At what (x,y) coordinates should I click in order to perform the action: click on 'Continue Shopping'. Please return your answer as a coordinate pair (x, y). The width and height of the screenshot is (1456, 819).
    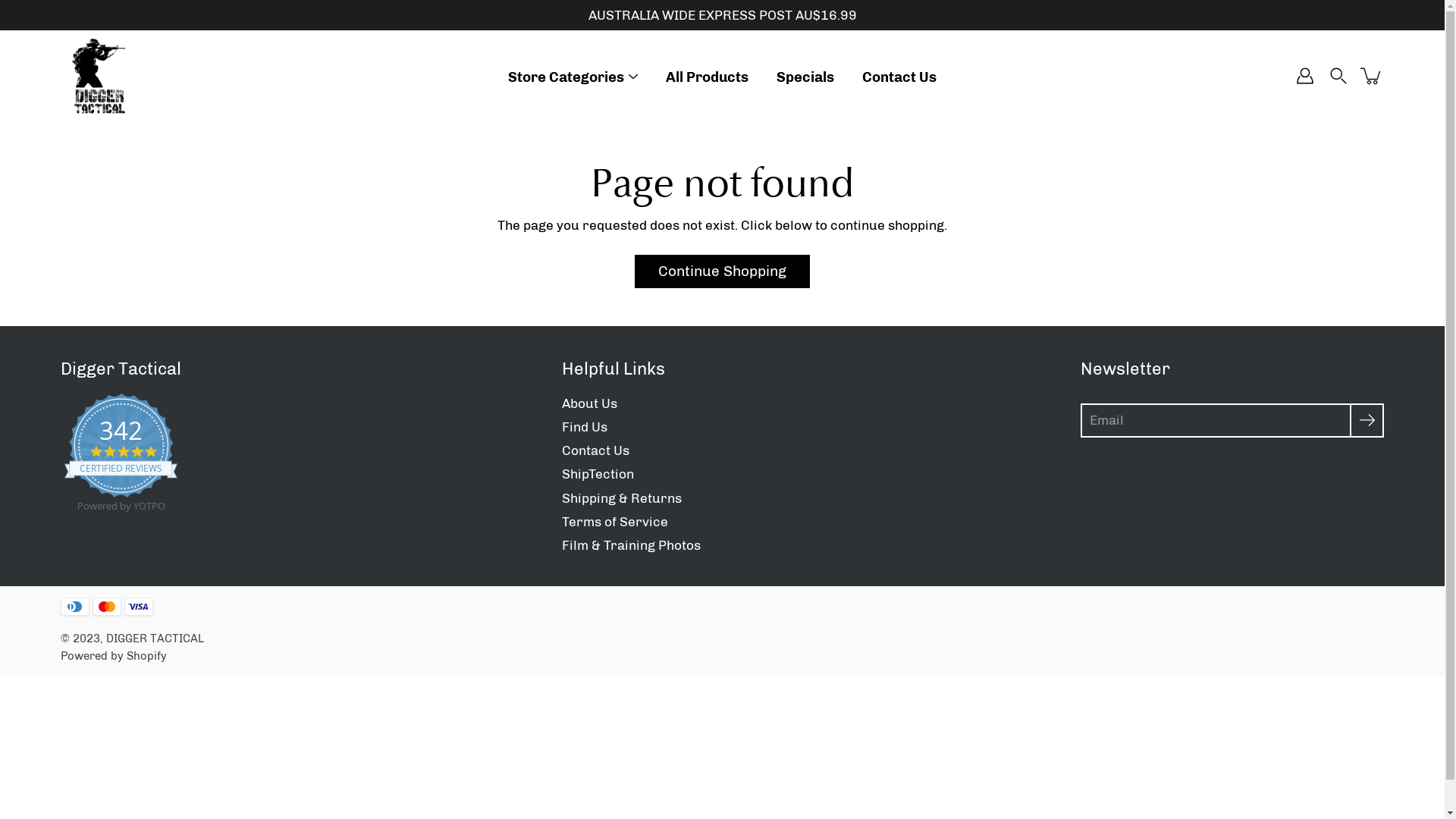
    Looking at the image, I should click on (721, 271).